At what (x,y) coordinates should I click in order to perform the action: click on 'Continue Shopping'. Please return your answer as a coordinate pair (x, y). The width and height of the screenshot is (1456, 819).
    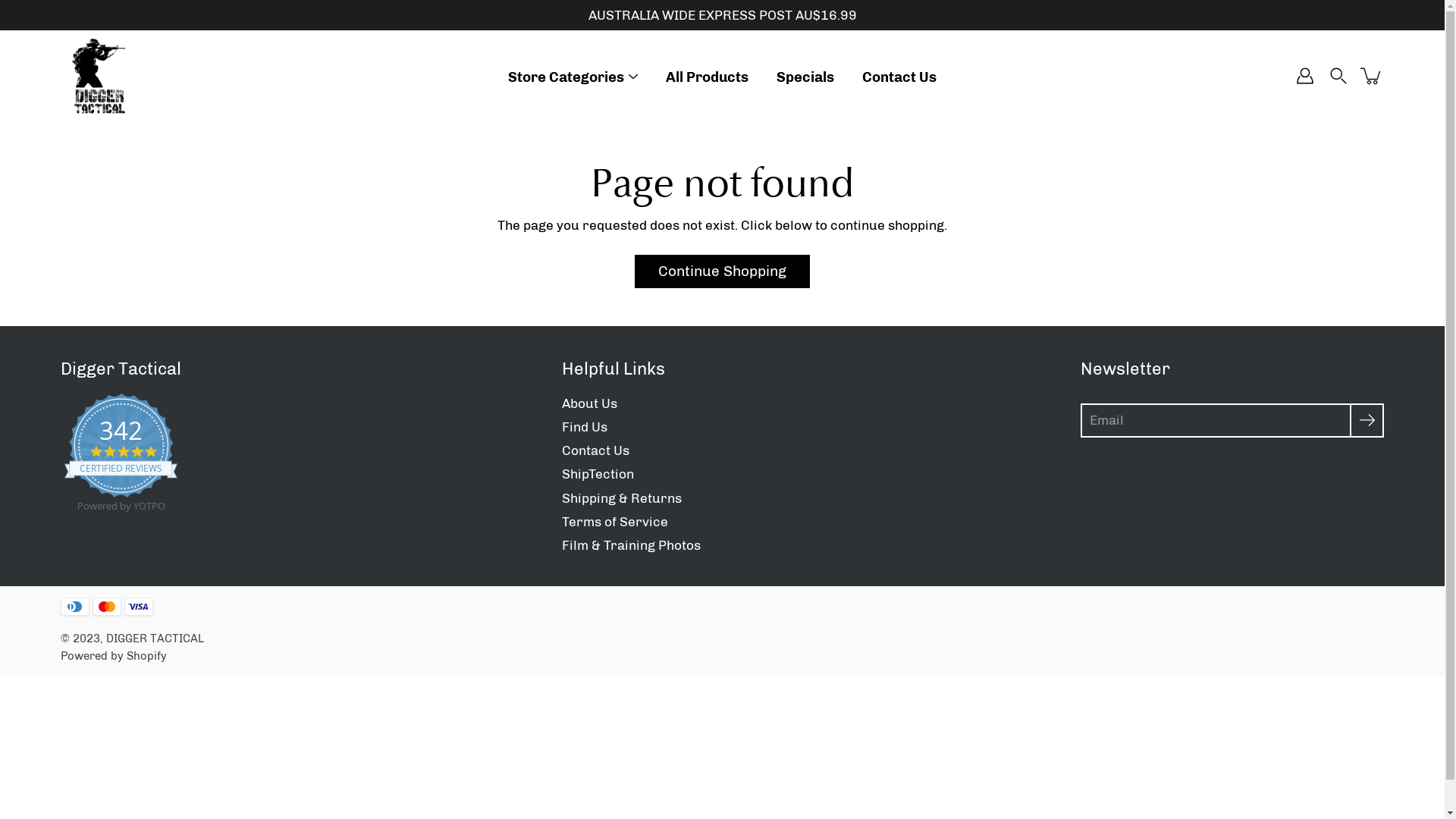
    Looking at the image, I should click on (721, 271).